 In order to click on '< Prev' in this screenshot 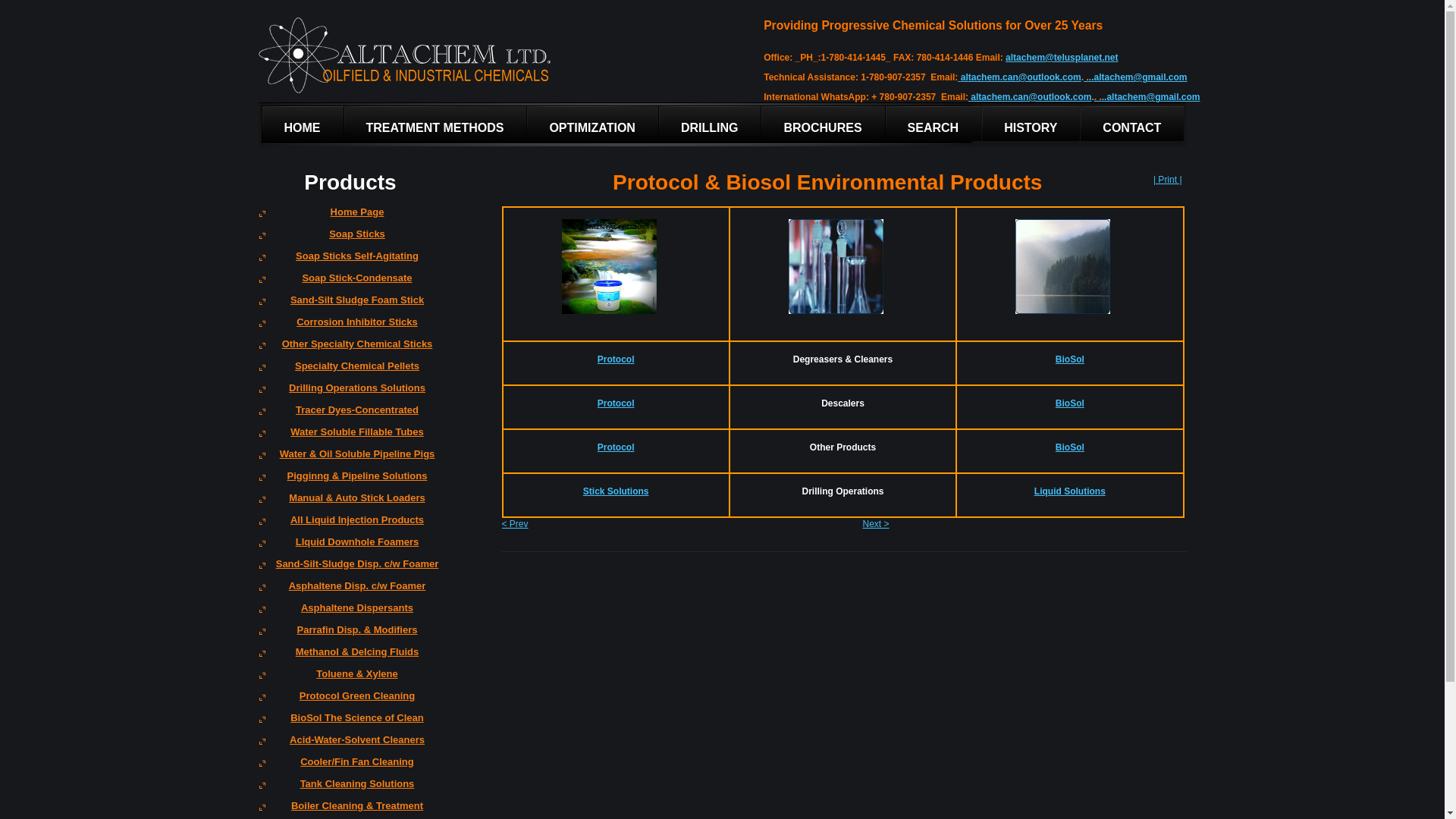, I will do `click(515, 522)`.